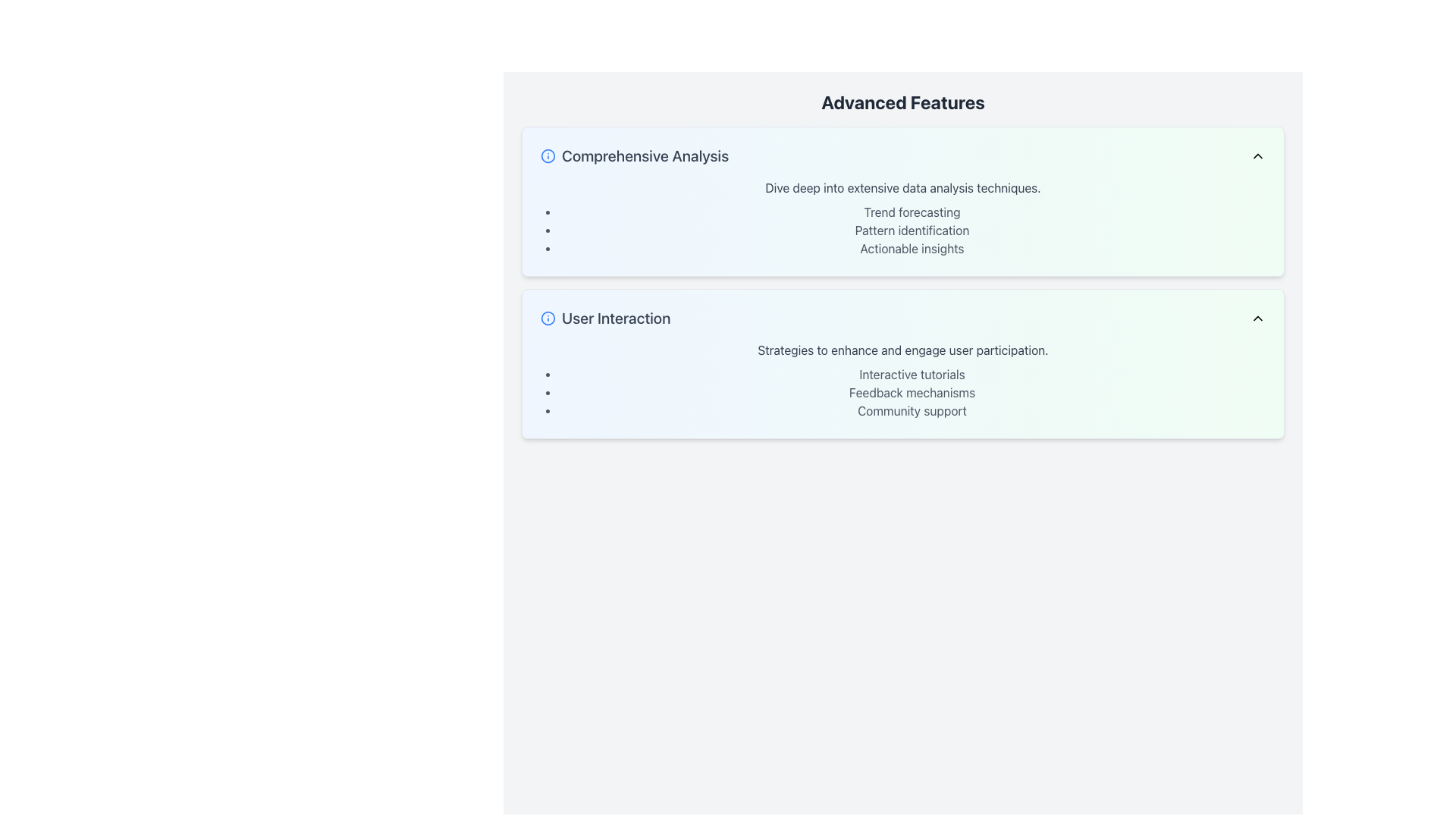 The height and width of the screenshot is (819, 1456). What do you see at coordinates (912, 374) in the screenshot?
I see `the Text Label that indicates the availability of interactive tutorials, located in the User Interaction section` at bounding box center [912, 374].